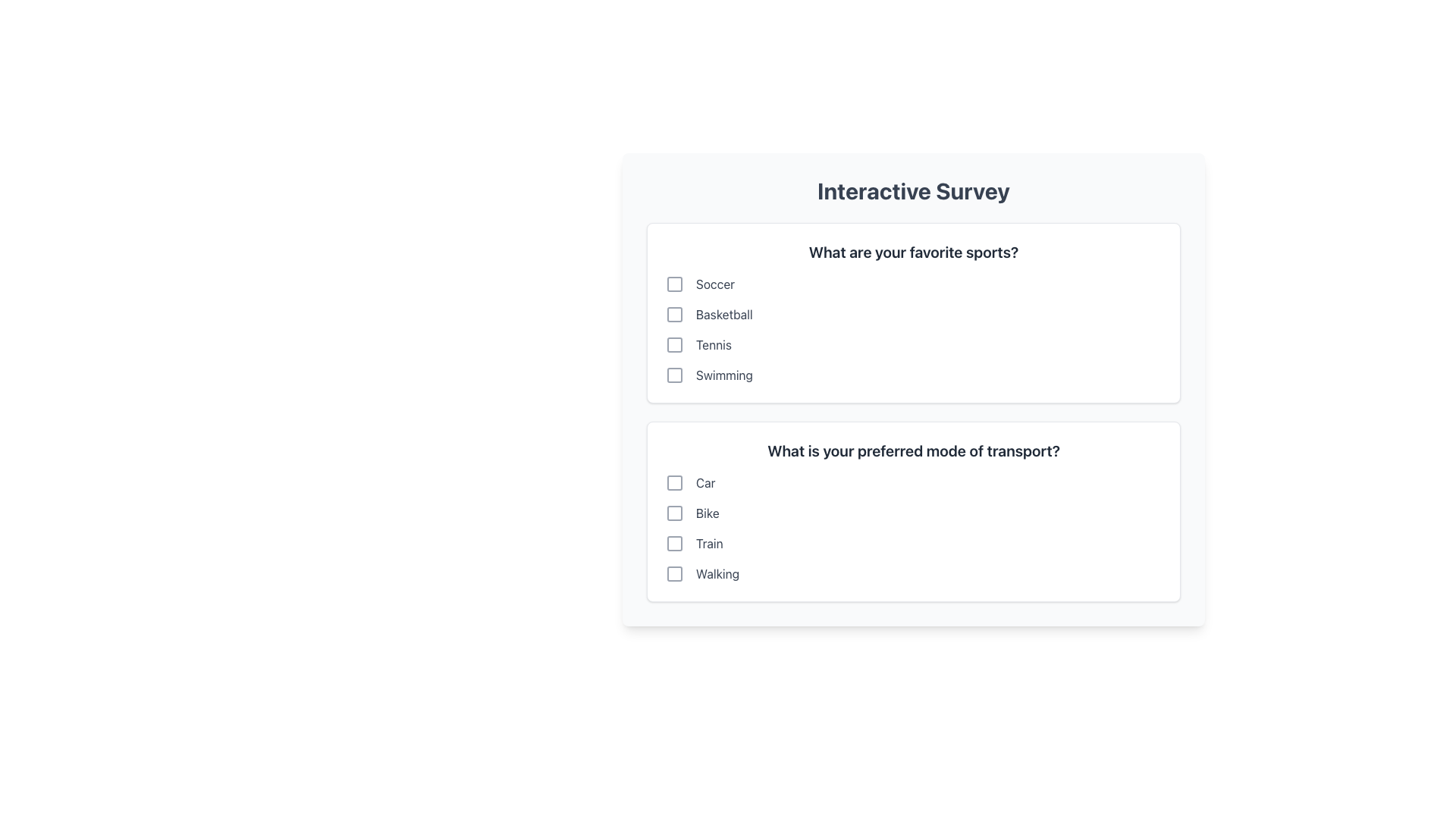  I want to click on the text label indicating an option in the survey form located below the 'Car' option and above the 'Train' option, which is part of the transport modes list, so click(707, 513).